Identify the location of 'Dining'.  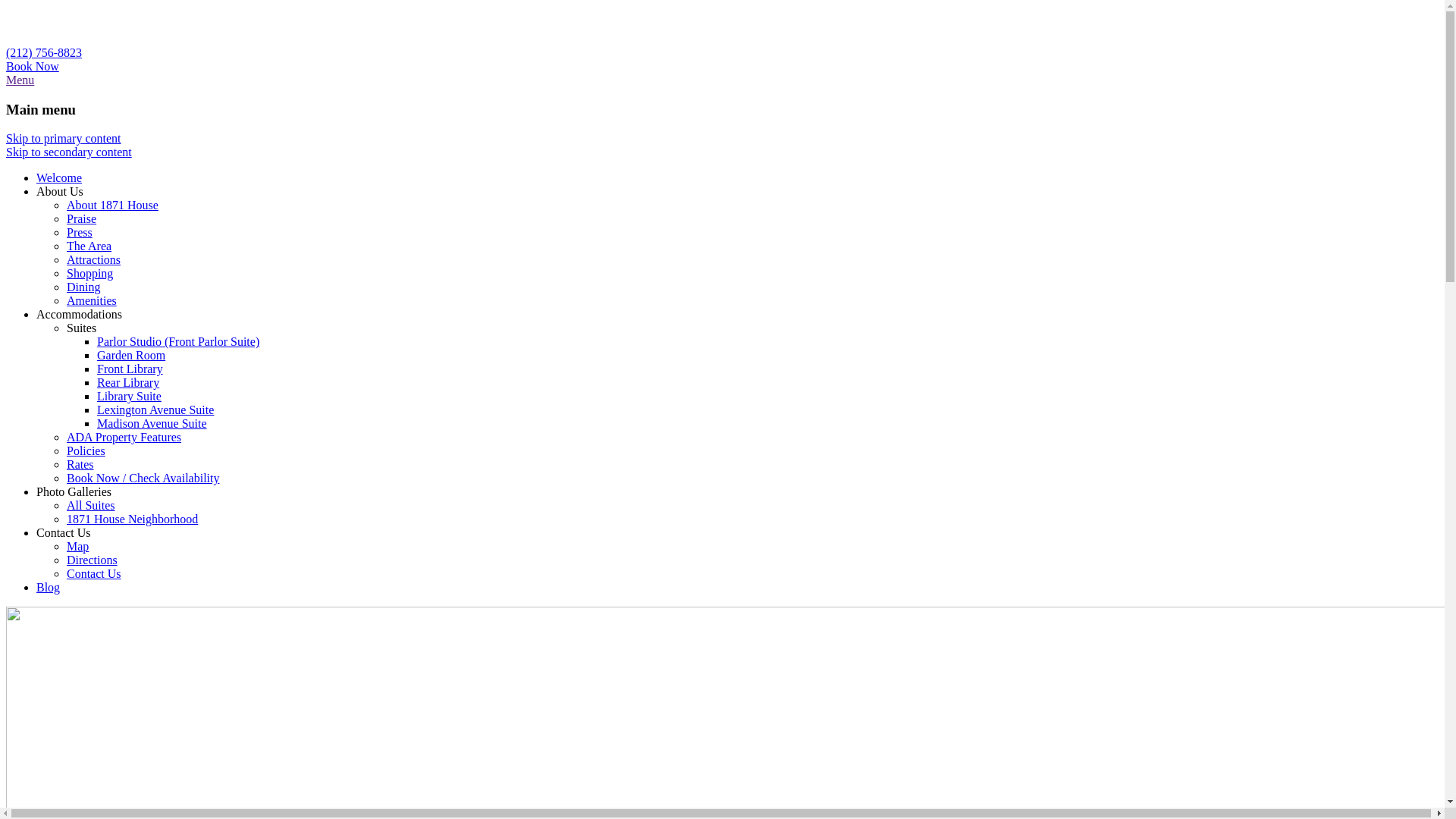
(65, 287).